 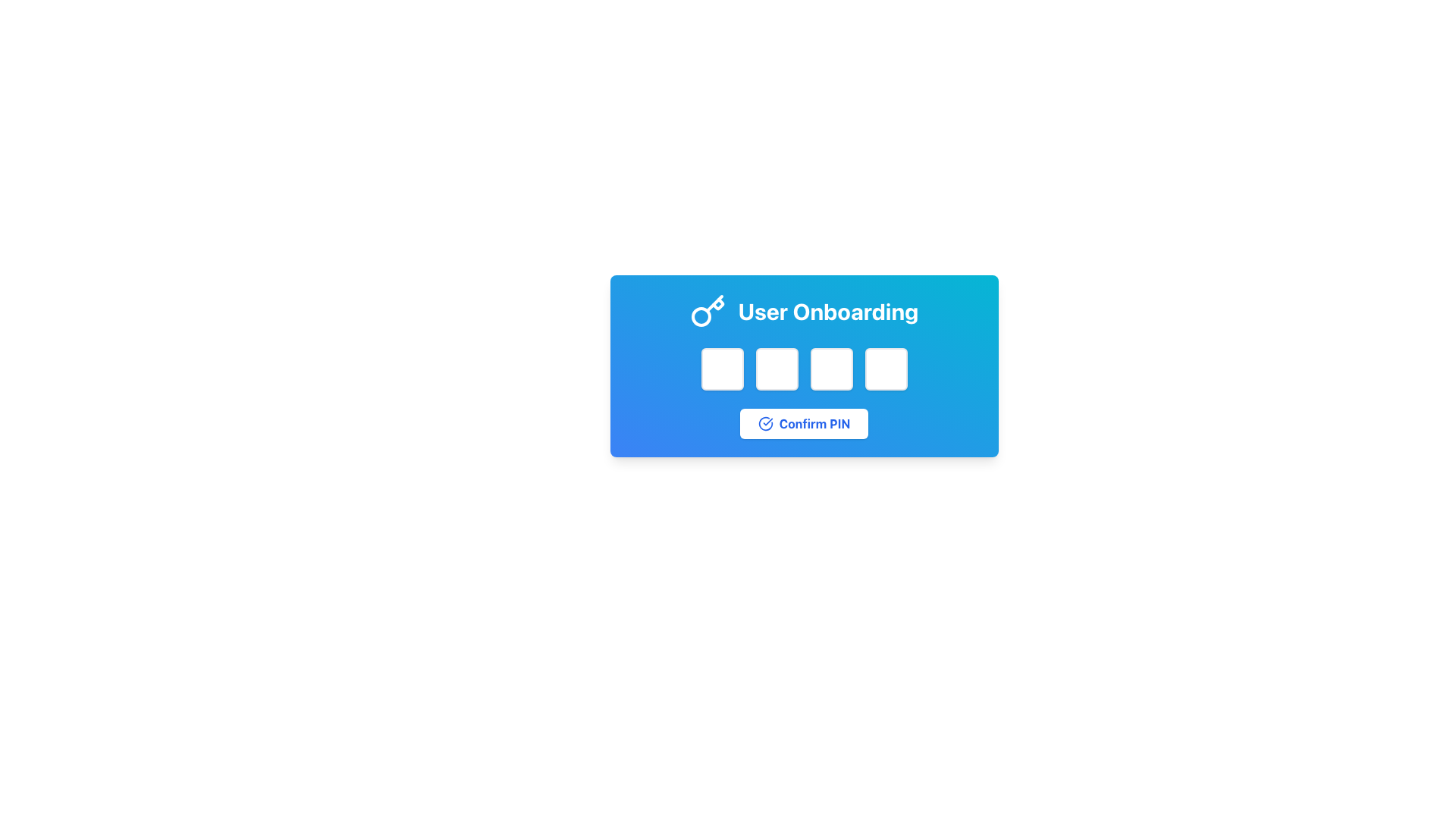 What do you see at coordinates (707, 311) in the screenshot?
I see `the key icon representing access-related functionality within the 'User Onboarding' section of the header` at bounding box center [707, 311].